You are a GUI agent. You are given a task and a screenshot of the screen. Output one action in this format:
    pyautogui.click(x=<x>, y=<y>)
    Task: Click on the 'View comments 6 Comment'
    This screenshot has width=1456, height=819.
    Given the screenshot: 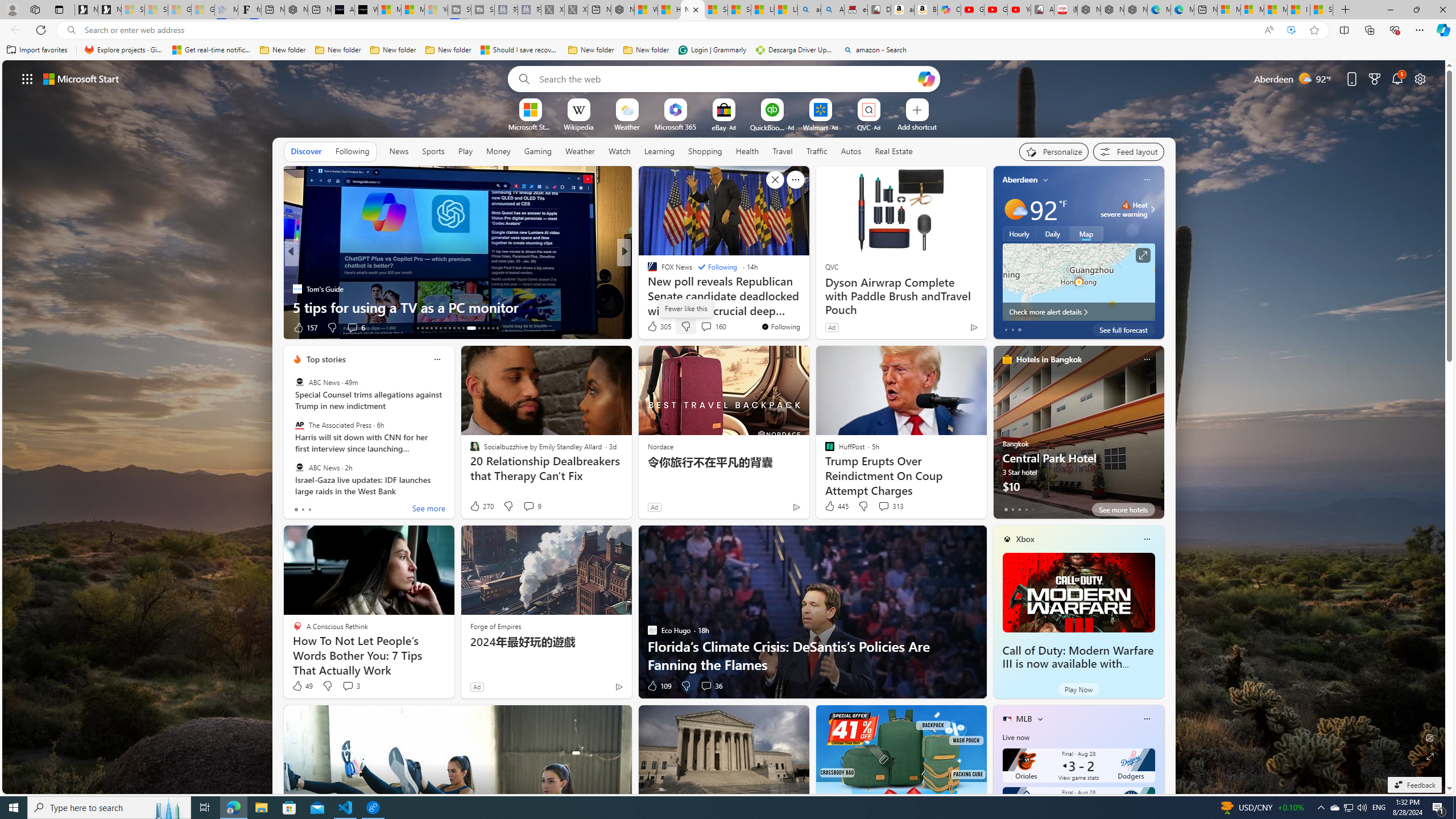 What is the action you would take?
    pyautogui.click(x=355, y=327)
    